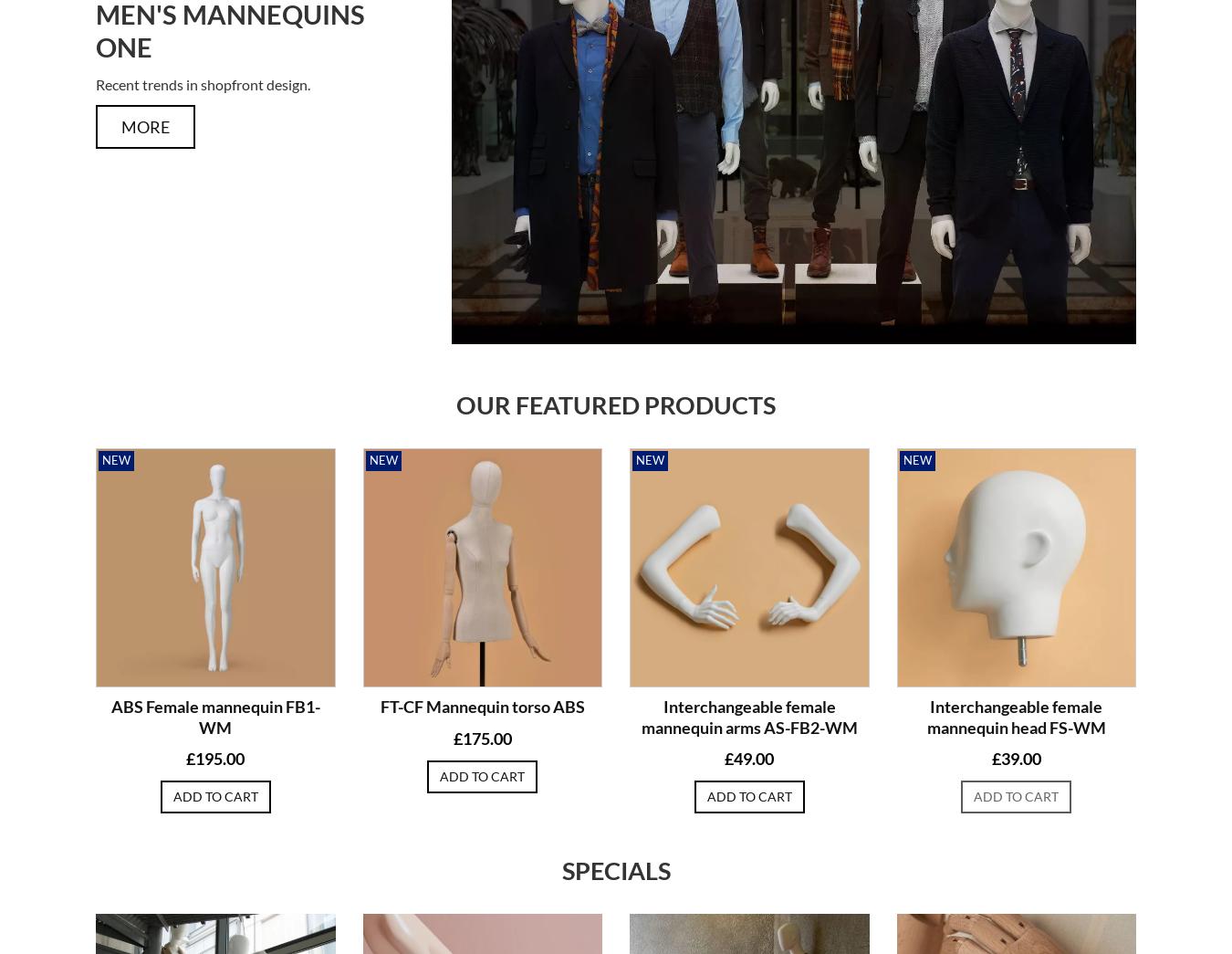  What do you see at coordinates (748, 757) in the screenshot?
I see `'£49.00'` at bounding box center [748, 757].